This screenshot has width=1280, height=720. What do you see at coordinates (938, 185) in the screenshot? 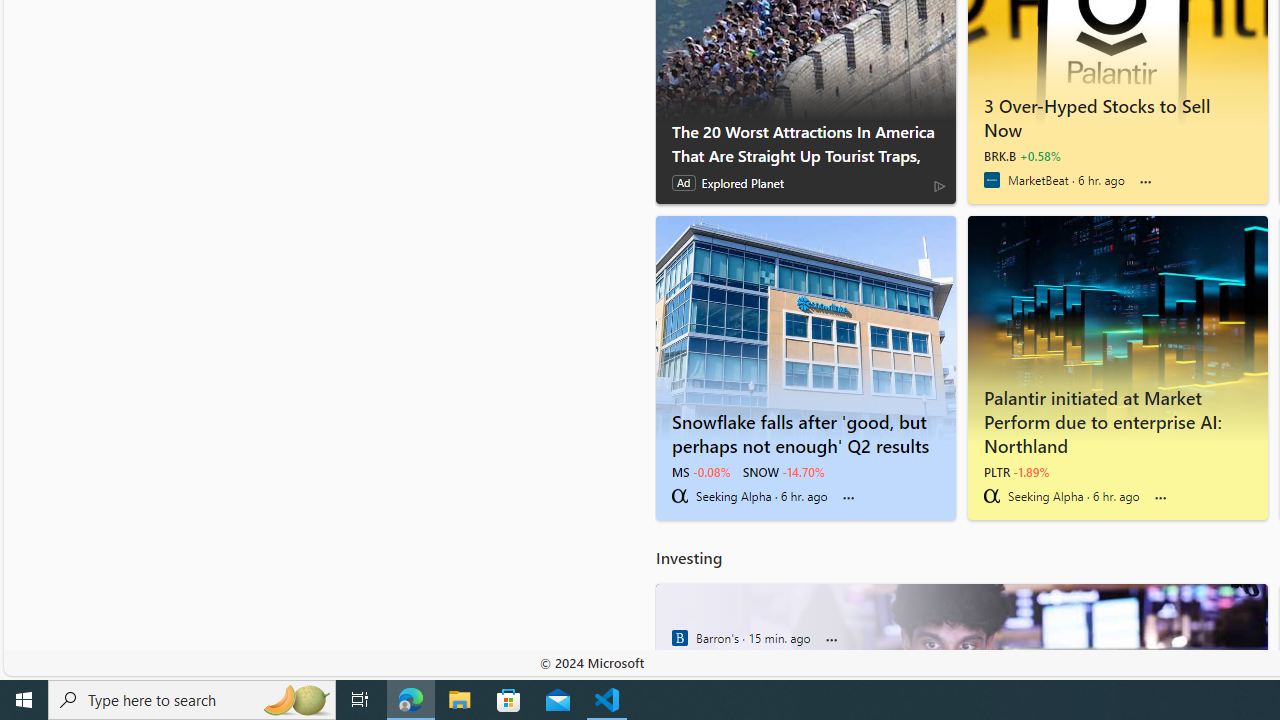
I see `'AdChoices'` at bounding box center [938, 185].